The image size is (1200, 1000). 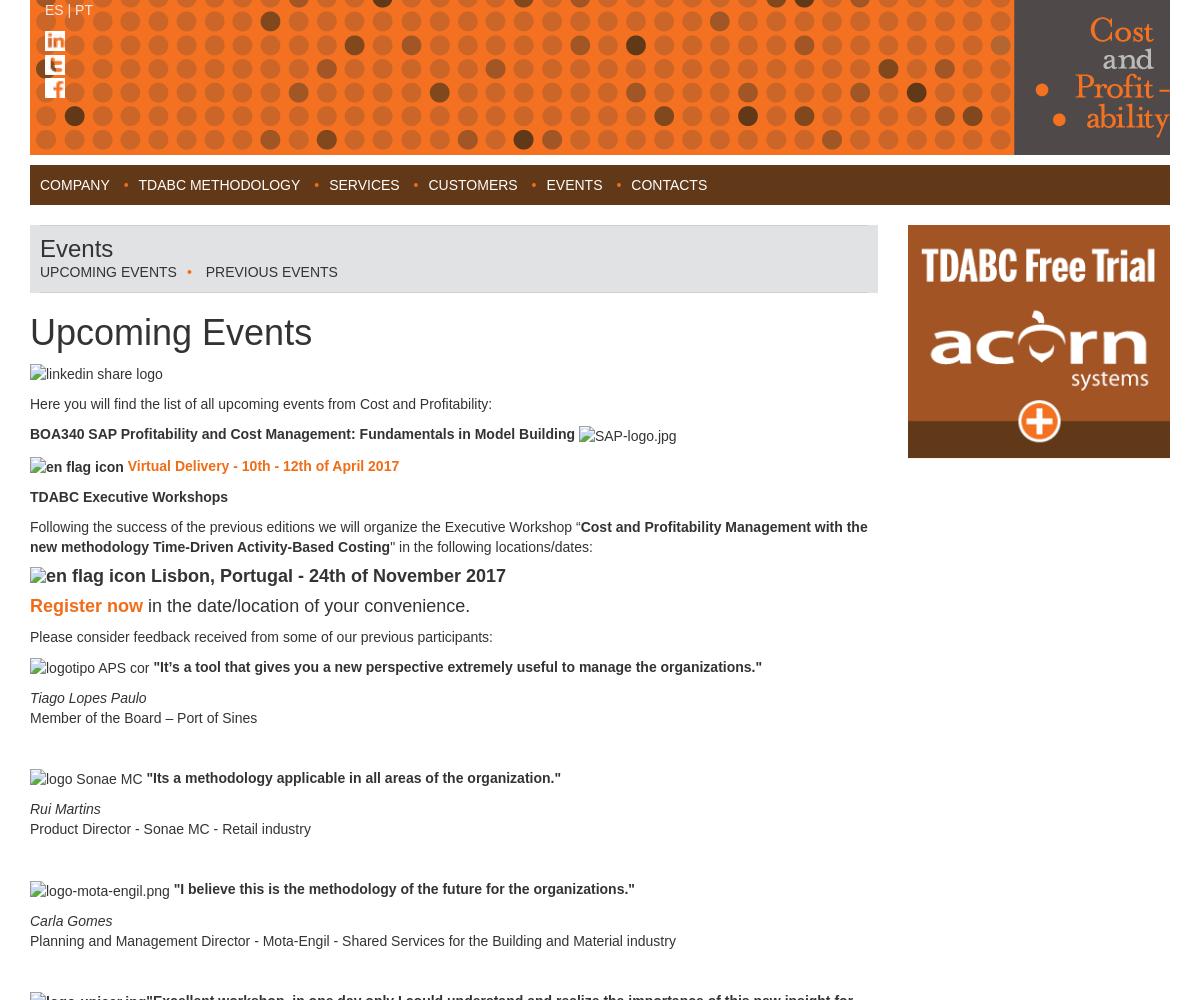 What do you see at coordinates (87, 697) in the screenshot?
I see `'Tiago Lopes Paulo'` at bounding box center [87, 697].